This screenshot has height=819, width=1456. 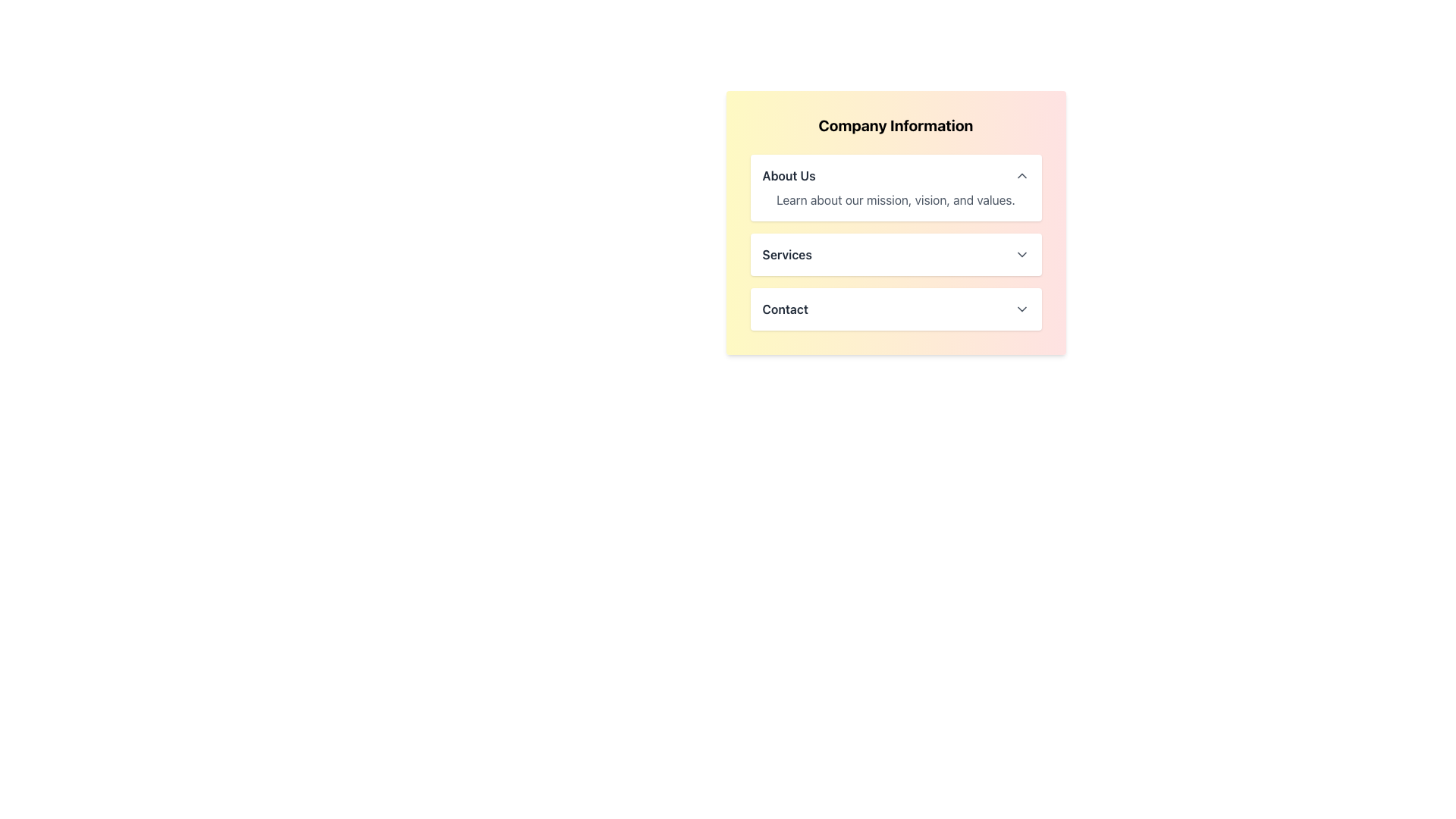 What do you see at coordinates (787, 253) in the screenshot?
I see `the 'Services' text label, which is styled in bold dark-gray font and located within the 'Company Information' section, between 'About Us' and 'Contact'` at bounding box center [787, 253].